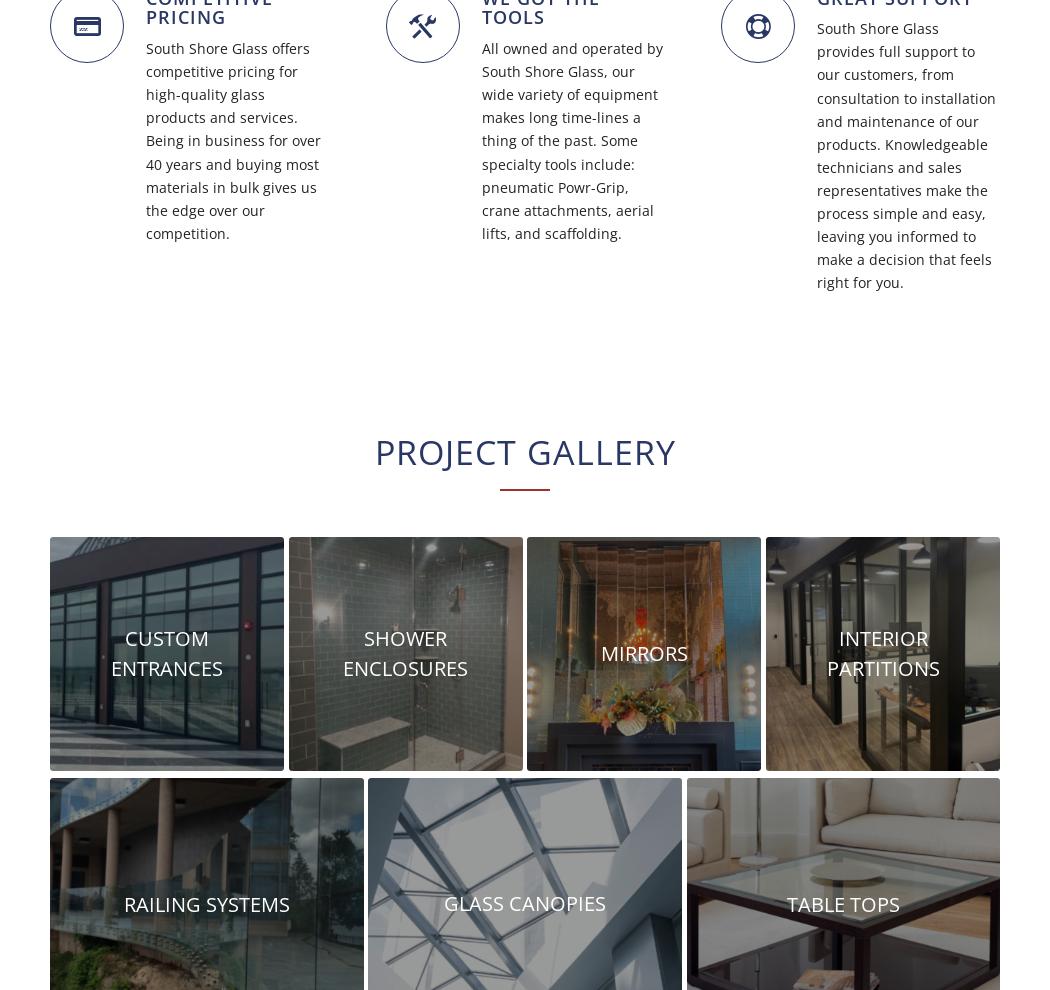 Image resolution: width=1050 pixels, height=990 pixels. I want to click on 'CUSTOM ENTRANCES', so click(166, 652).